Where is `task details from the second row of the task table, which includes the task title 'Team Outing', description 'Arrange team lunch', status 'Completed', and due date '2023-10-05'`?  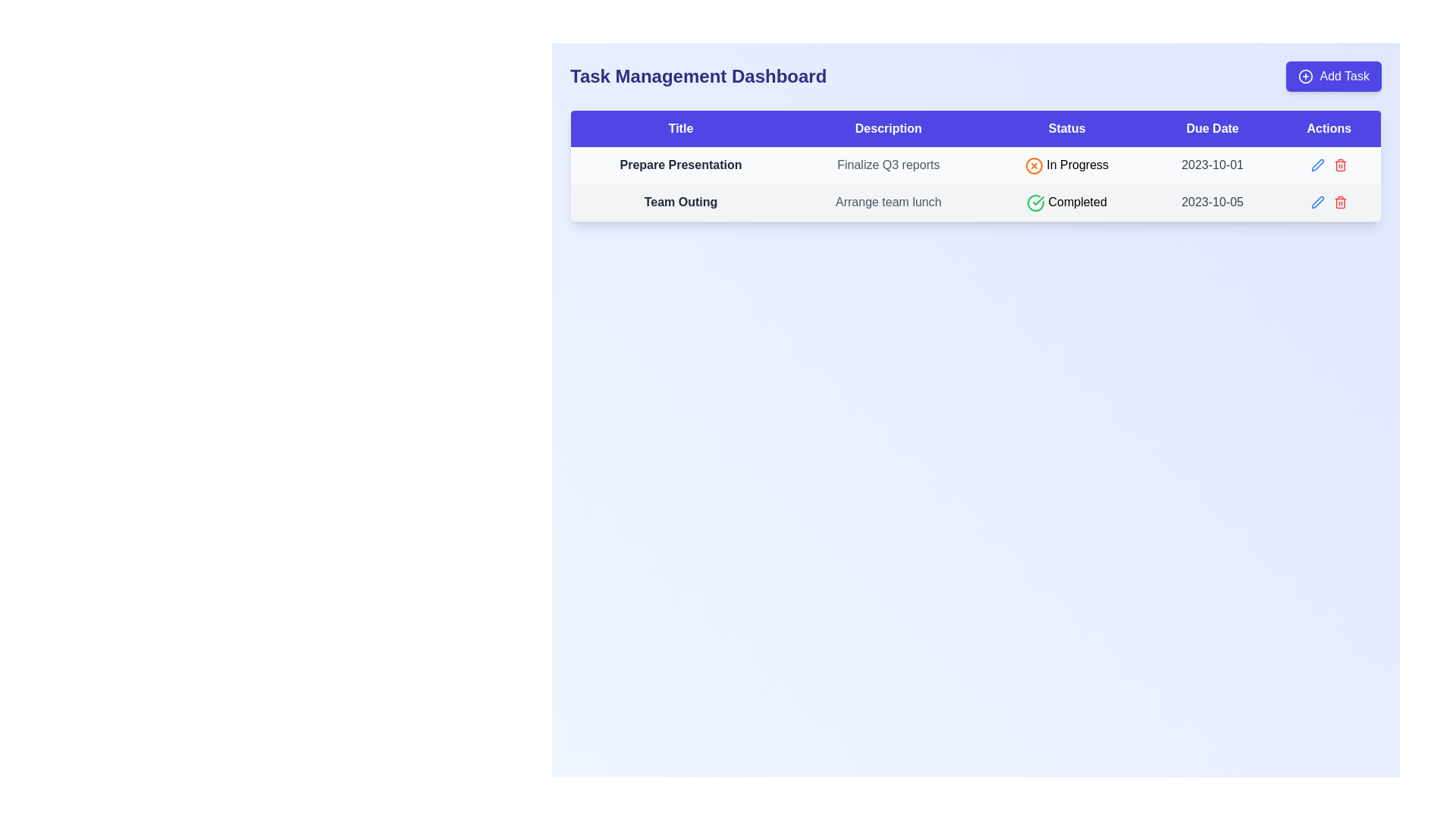 task details from the second row of the task table, which includes the task title 'Team Outing', description 'Arrange team lunch', status 'Completed', and due date '2023-10-05' is located at coordinates (975, 201).